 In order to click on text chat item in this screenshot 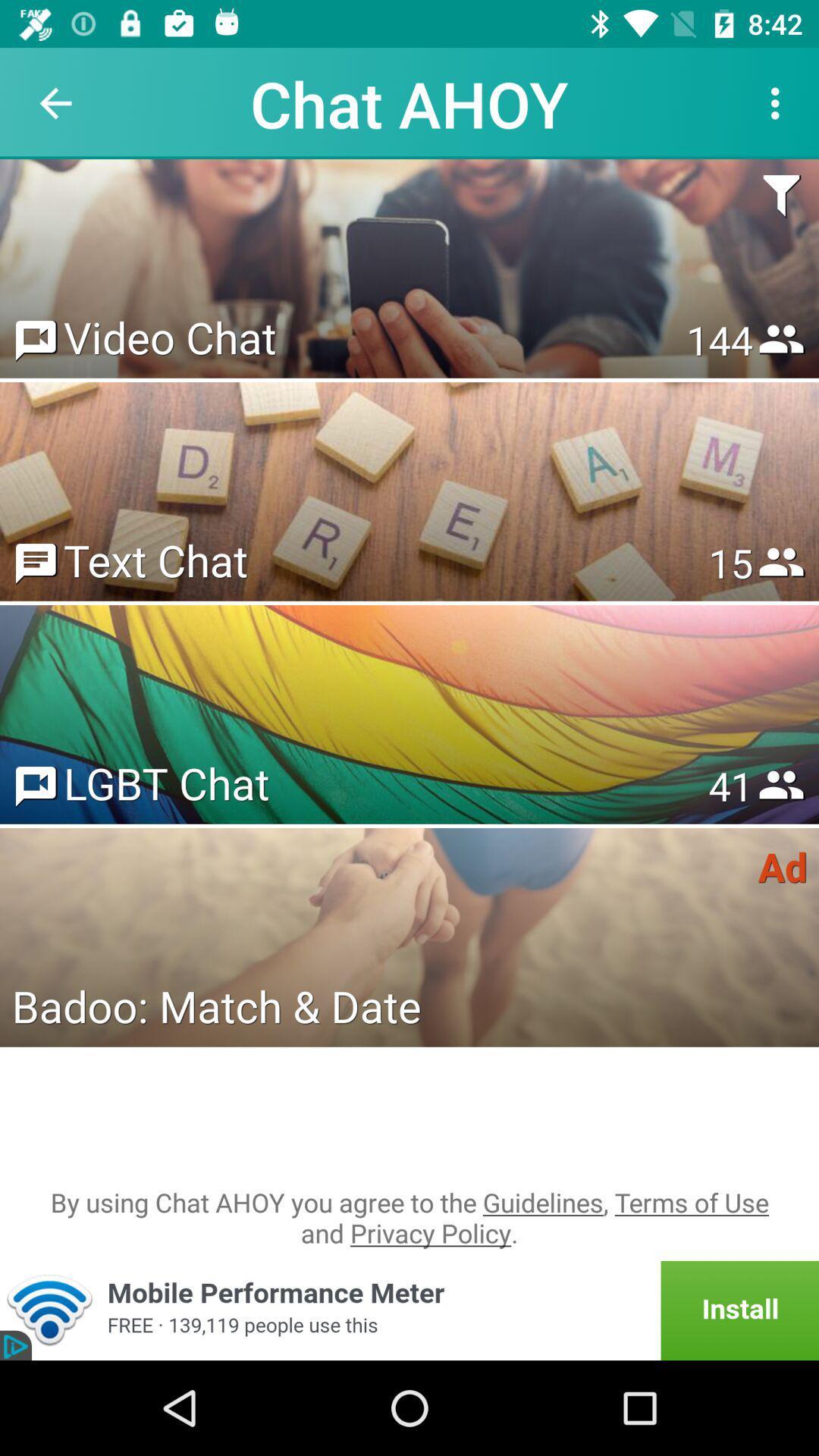, I will do `click(155, 559)`.